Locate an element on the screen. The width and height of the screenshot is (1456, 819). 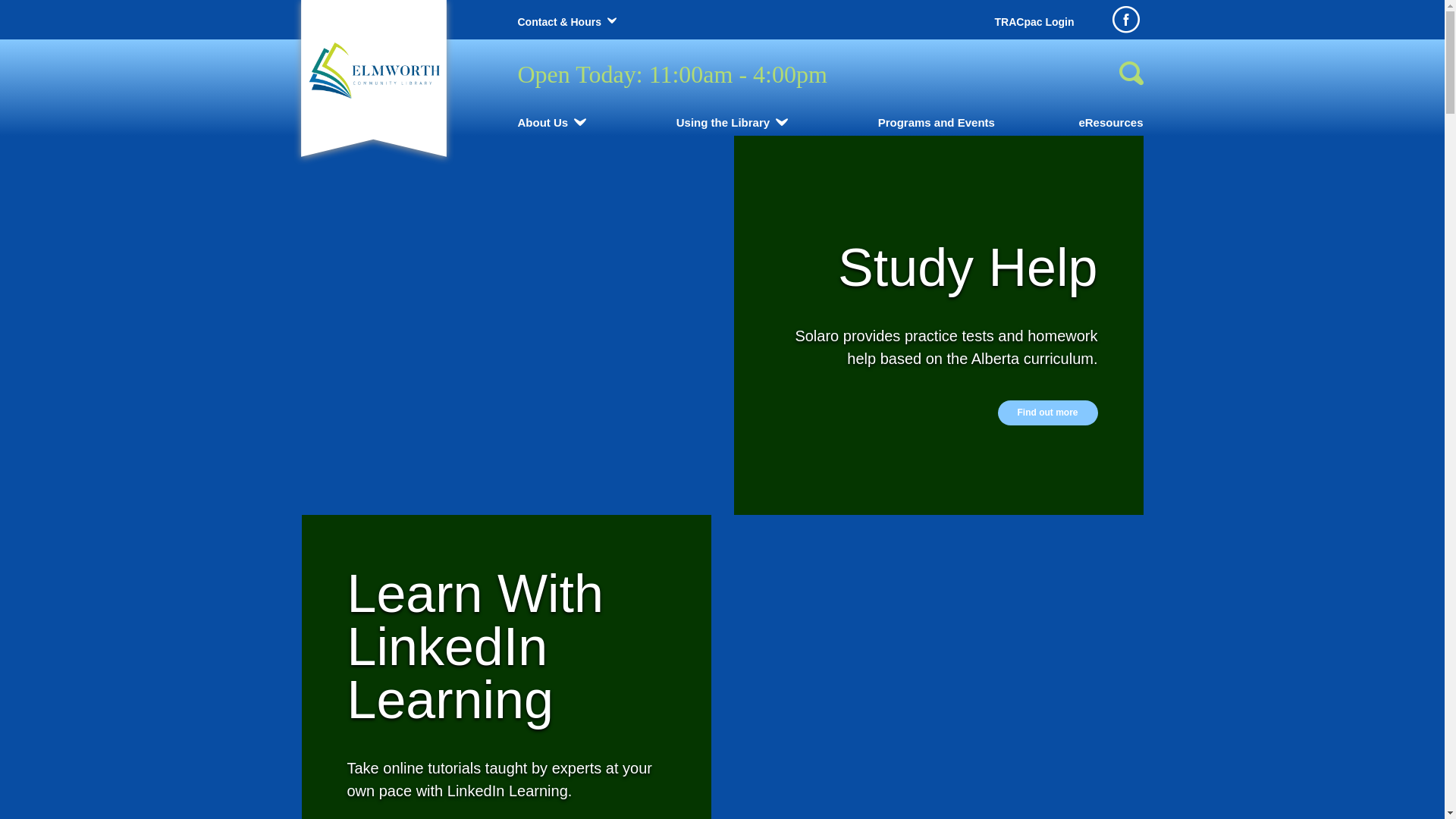
'Facebook' is located at coordinates (1125, 20).